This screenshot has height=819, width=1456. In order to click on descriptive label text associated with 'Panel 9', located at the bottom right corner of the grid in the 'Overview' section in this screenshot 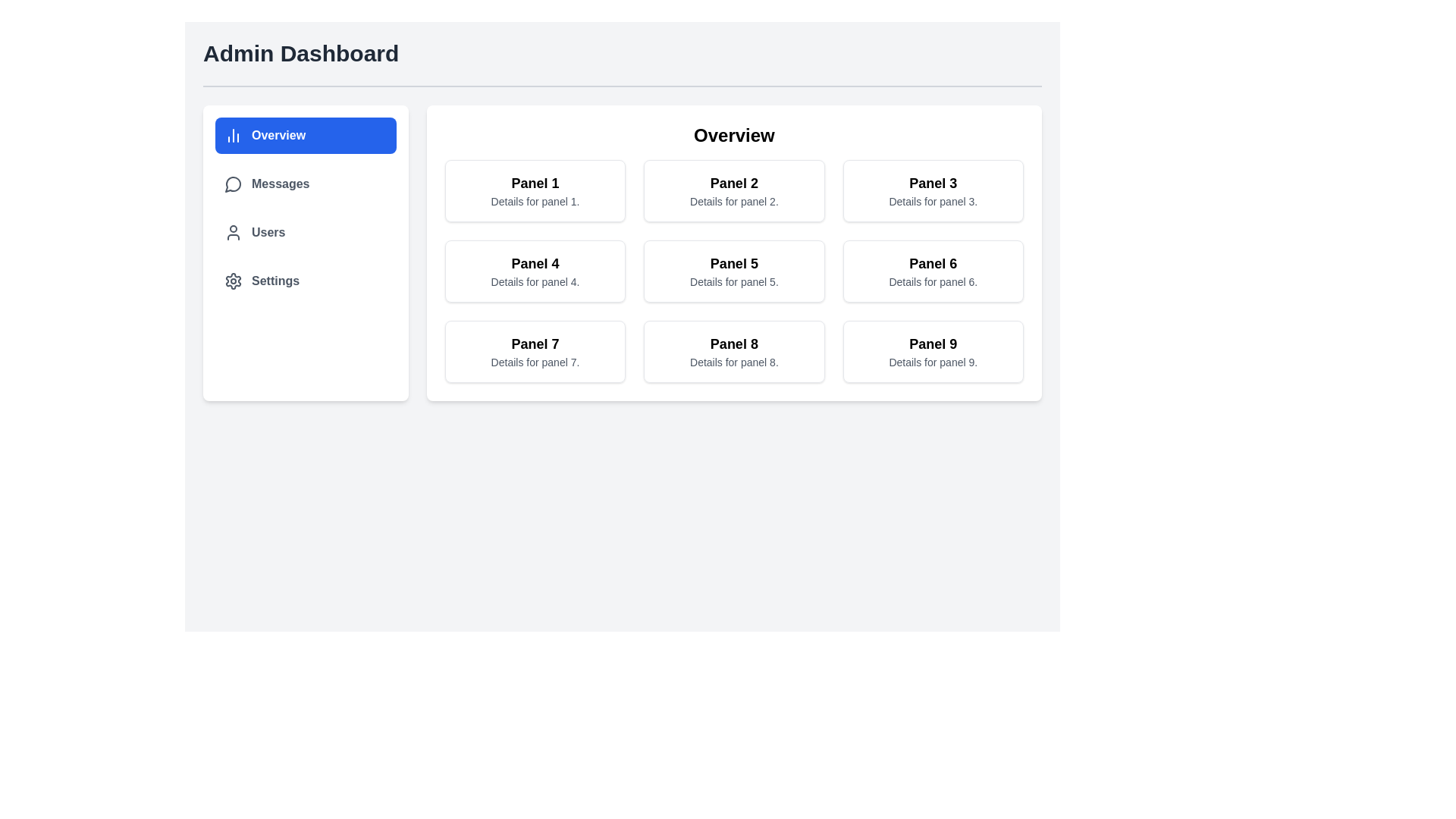, I will do `click(932, 362)`.